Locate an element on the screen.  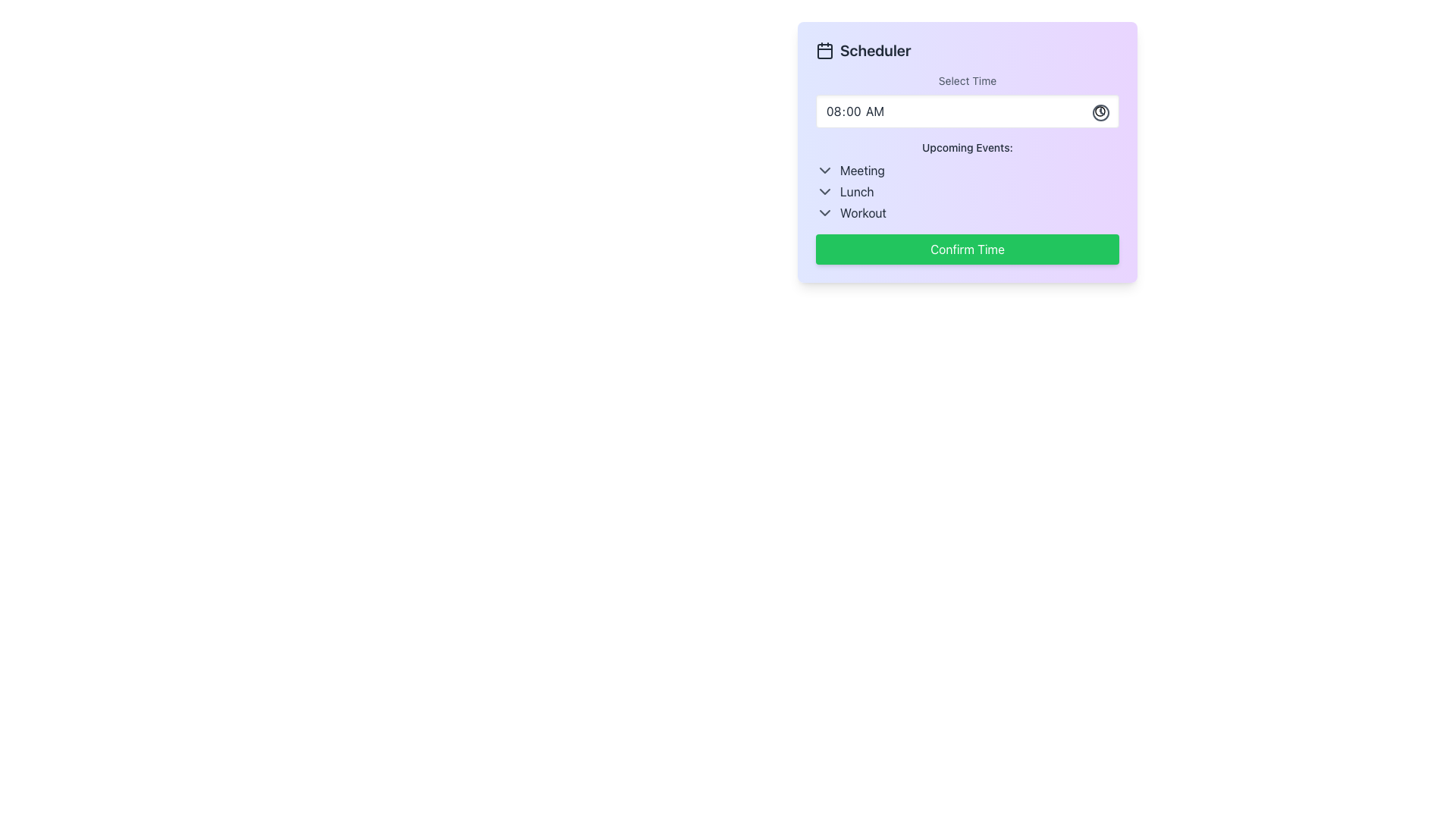
calendar icon located at the top-left of the card interface, which serves as the heading for 'Scheduler' is located at coordinates (824, 49).